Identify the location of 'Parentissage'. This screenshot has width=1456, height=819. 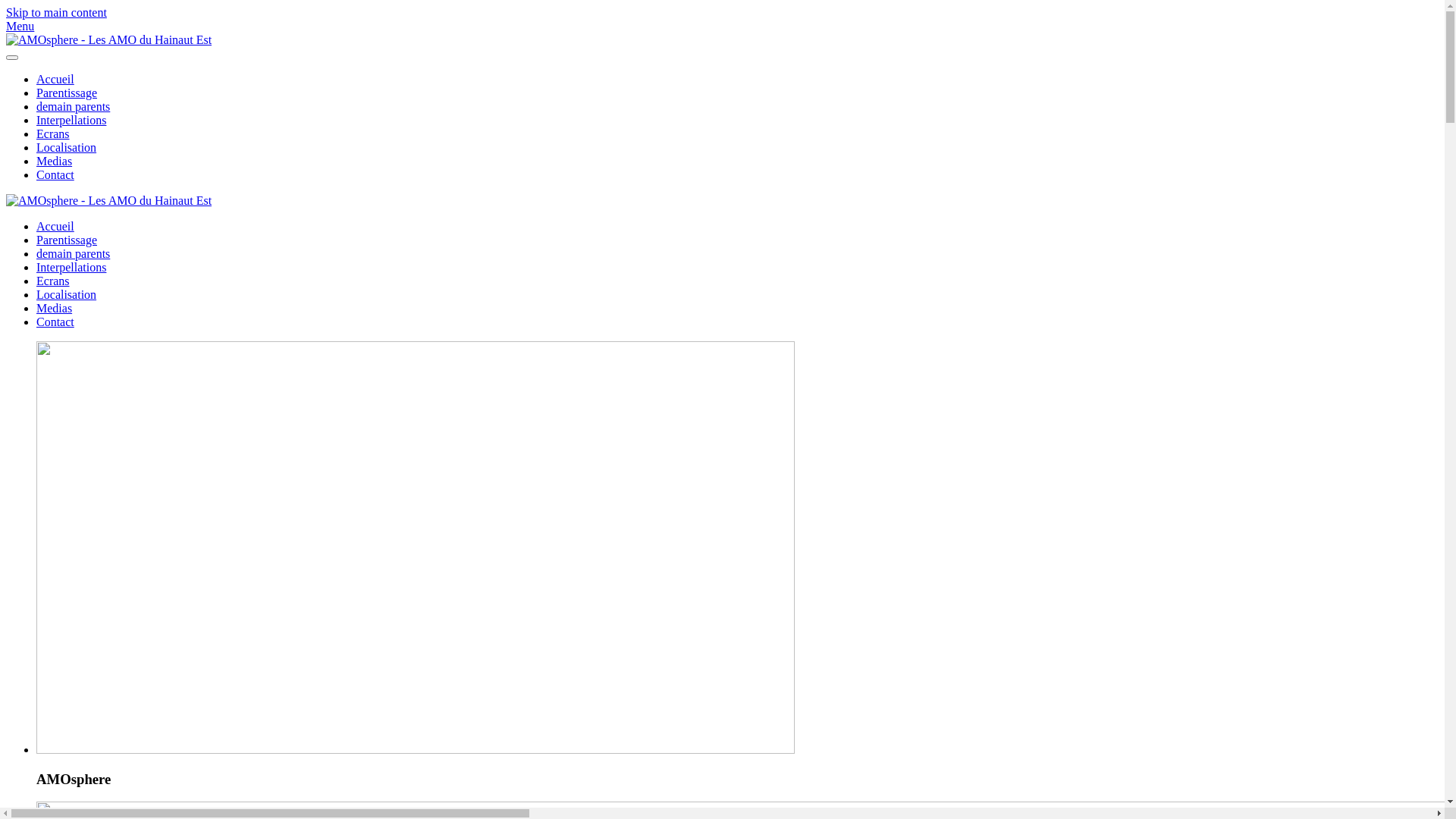
(65, 93).